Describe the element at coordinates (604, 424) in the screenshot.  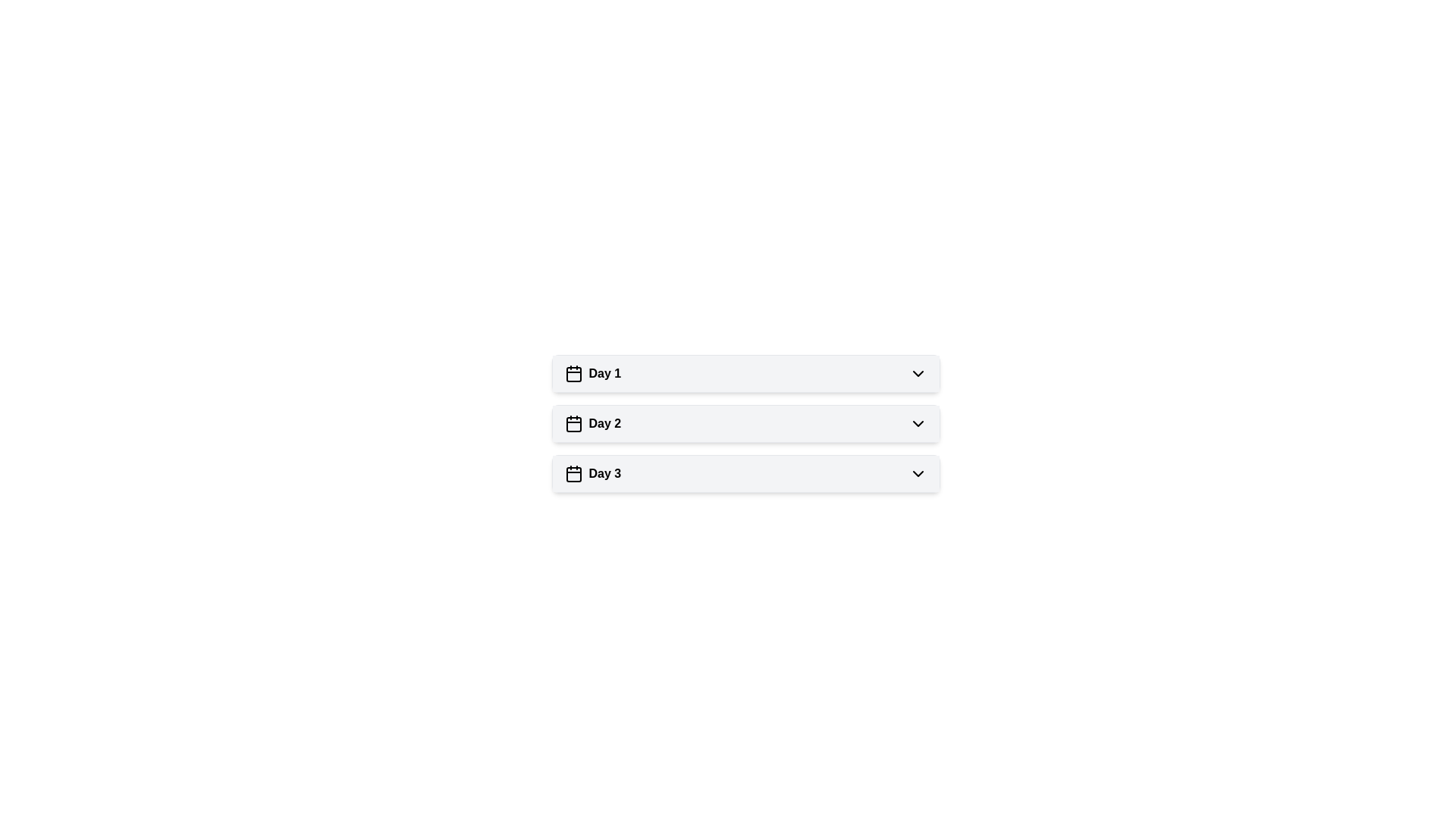
I see `the Text label indicating 'Day 2' to associate it with its corresponding label in the vertically aligned list of components` at that location.